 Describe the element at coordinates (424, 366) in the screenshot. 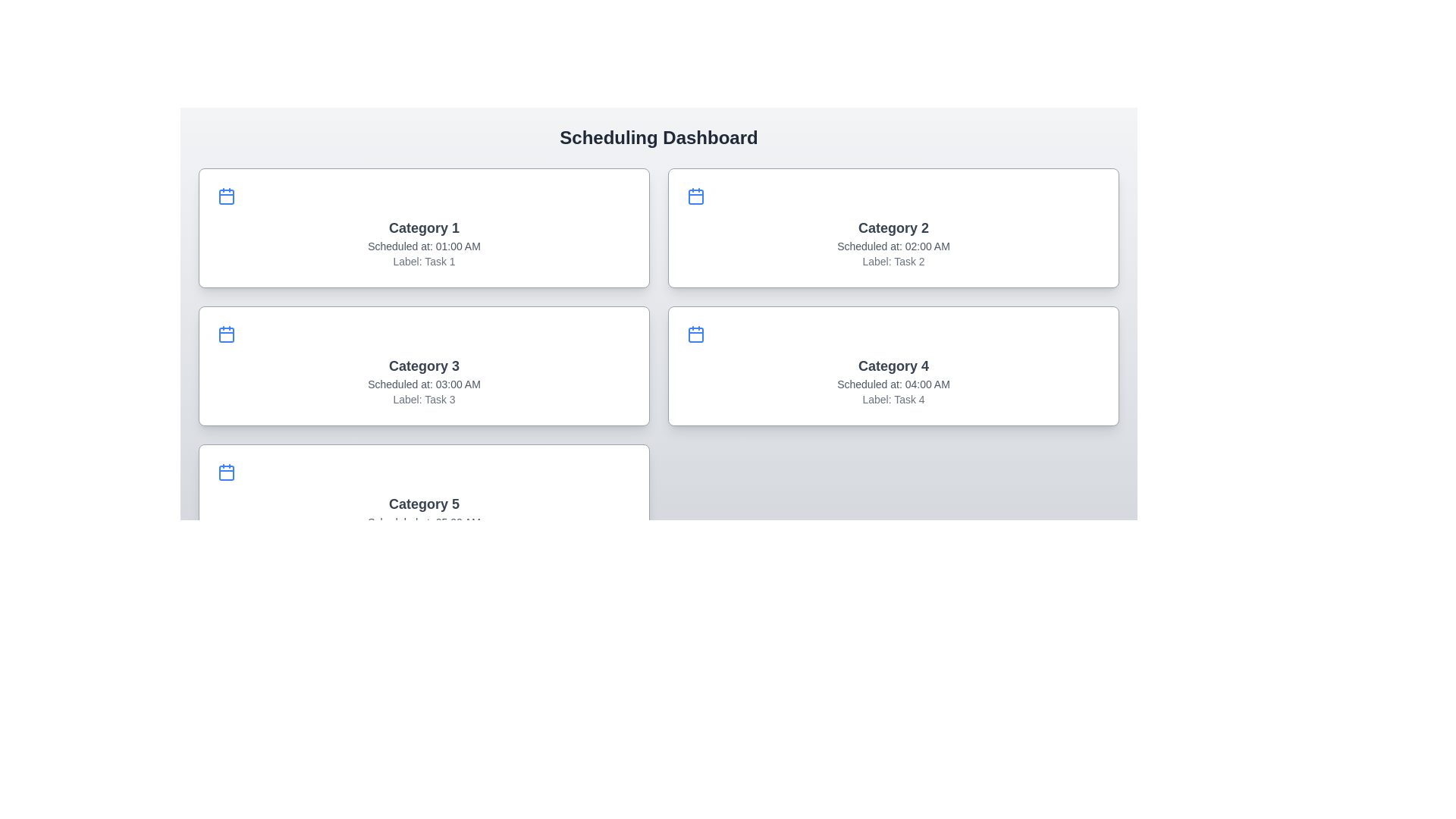

I see `the text component labeled 'Category 3' which is prominently displayed in dark gray above the 'Scheduled at: 03:00 AM' text on the Scheduling Dashboard` at that location.